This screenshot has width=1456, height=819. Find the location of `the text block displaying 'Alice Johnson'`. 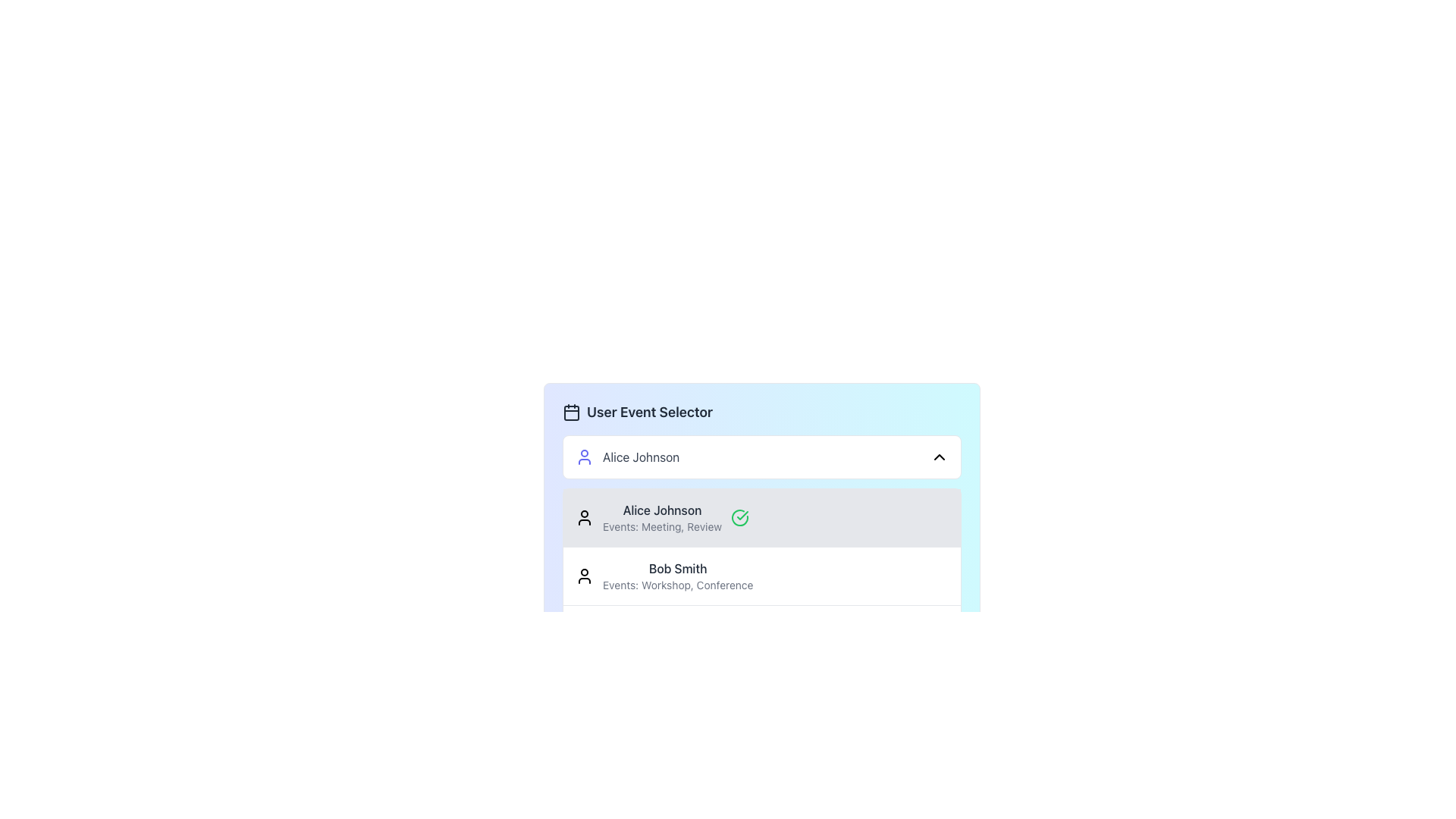

the text block displaying 'Alice Johnson' is located at coordinates (662, 516).